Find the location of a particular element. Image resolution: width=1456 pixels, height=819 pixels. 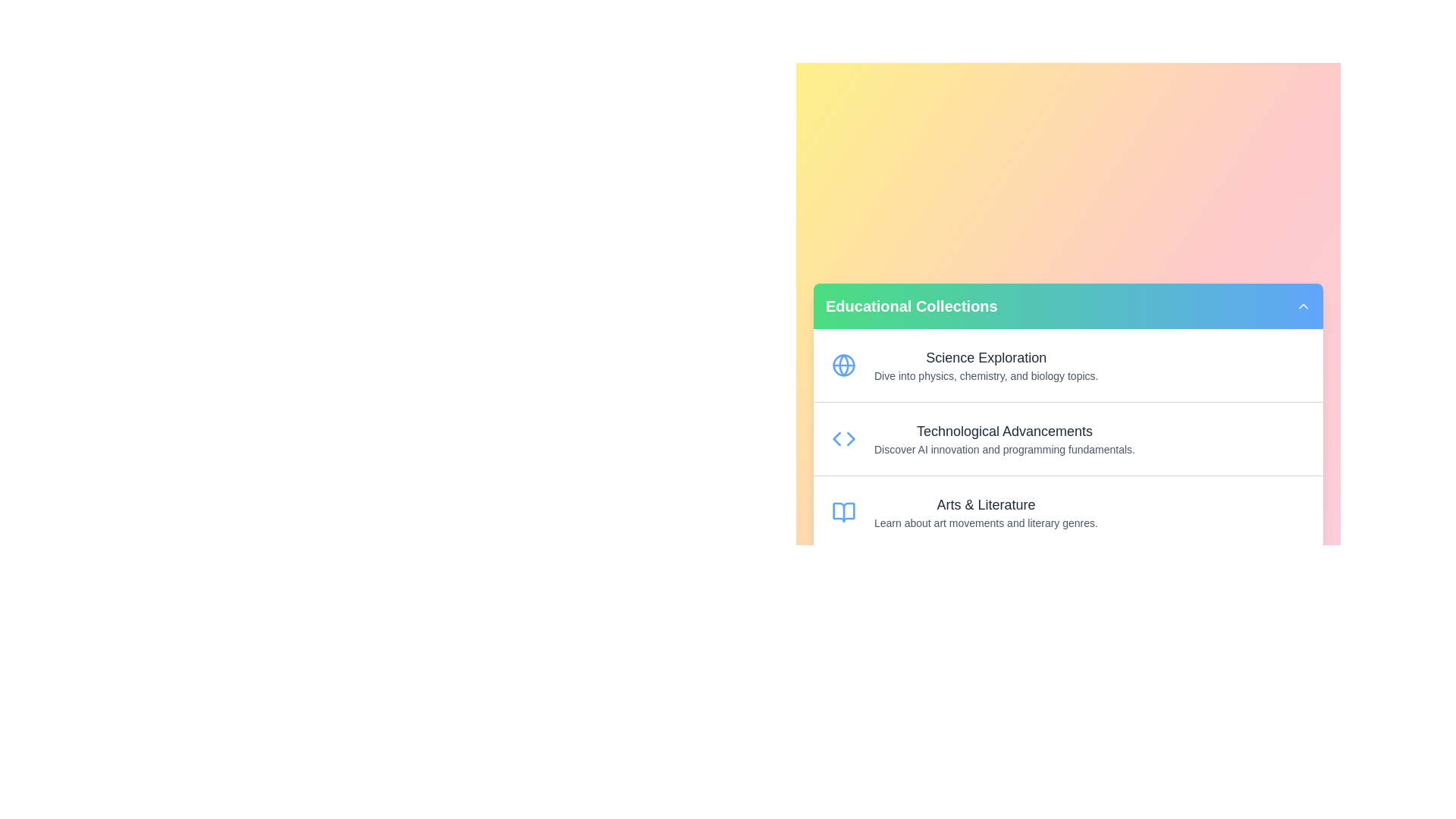

the item labeled 'Technological Advancements' in the list to observe visual feedback is located at coordinates (1068, 438).